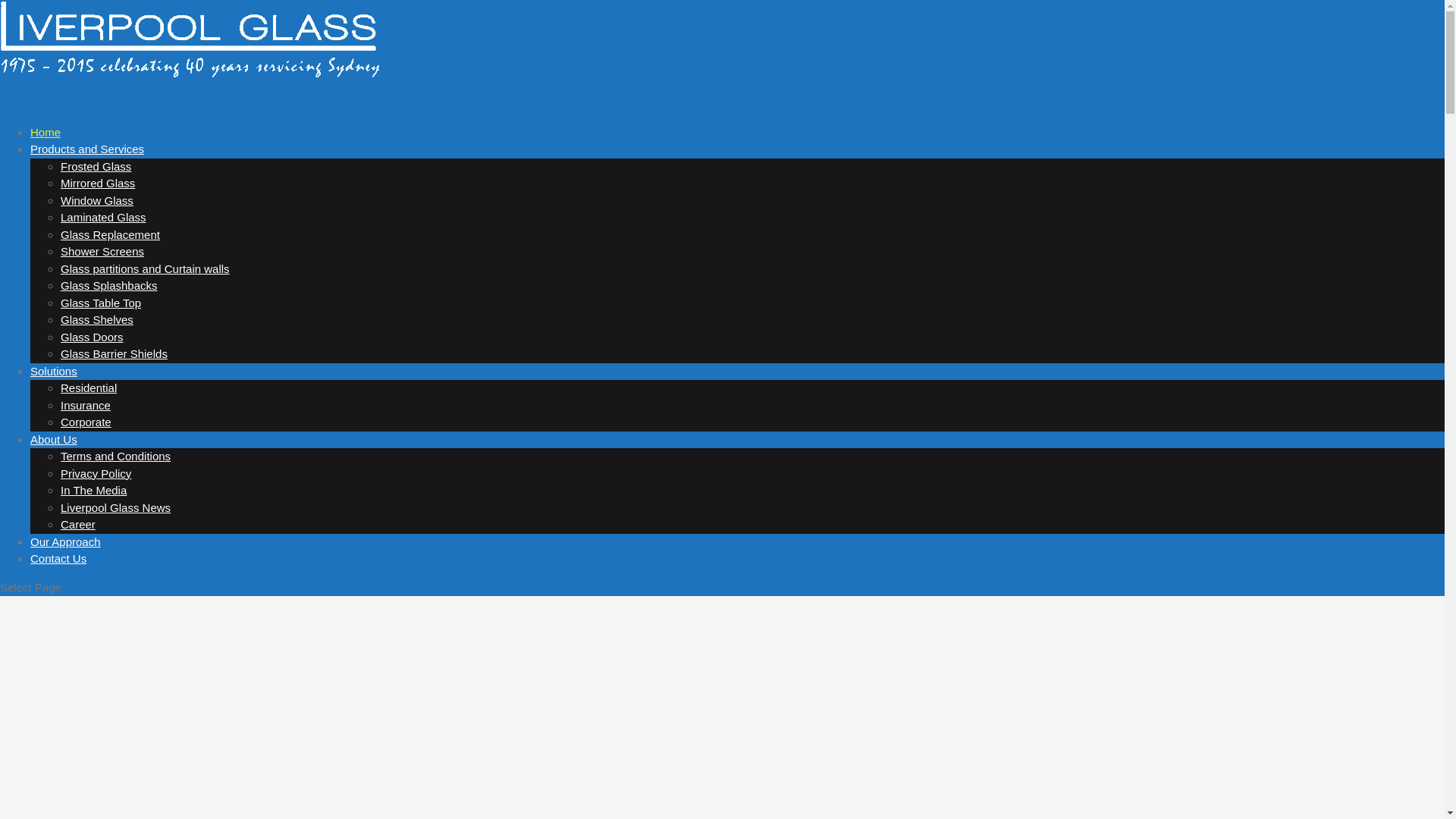 This screenshot has height=819, width=1456. What do you see at coordinates (30, 573) in the screenshot?
I see `'Contact Us'` at bounding box center [30, 573].